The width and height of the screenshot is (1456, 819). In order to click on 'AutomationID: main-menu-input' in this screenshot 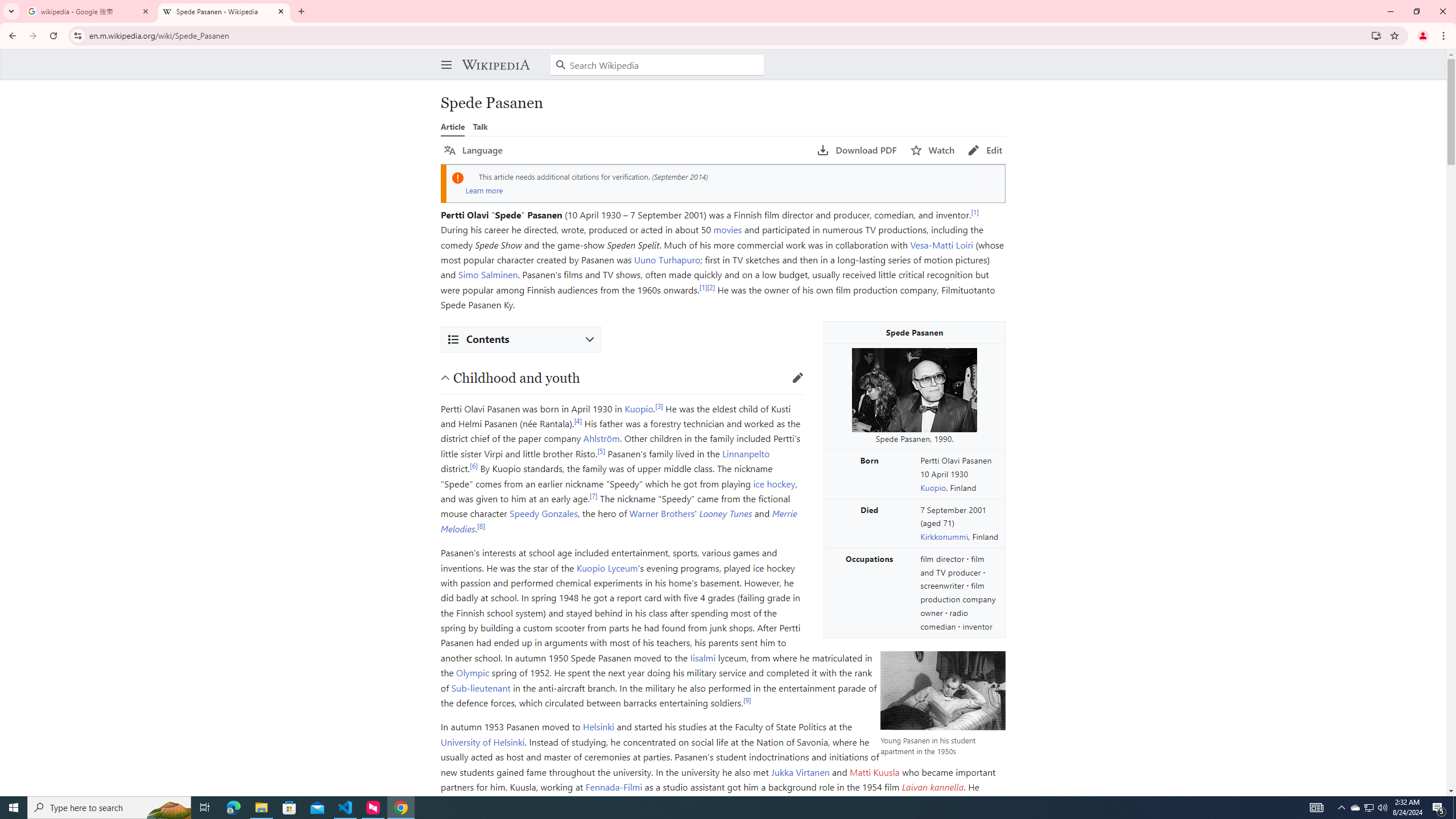, I will do `click(443, 55)`.